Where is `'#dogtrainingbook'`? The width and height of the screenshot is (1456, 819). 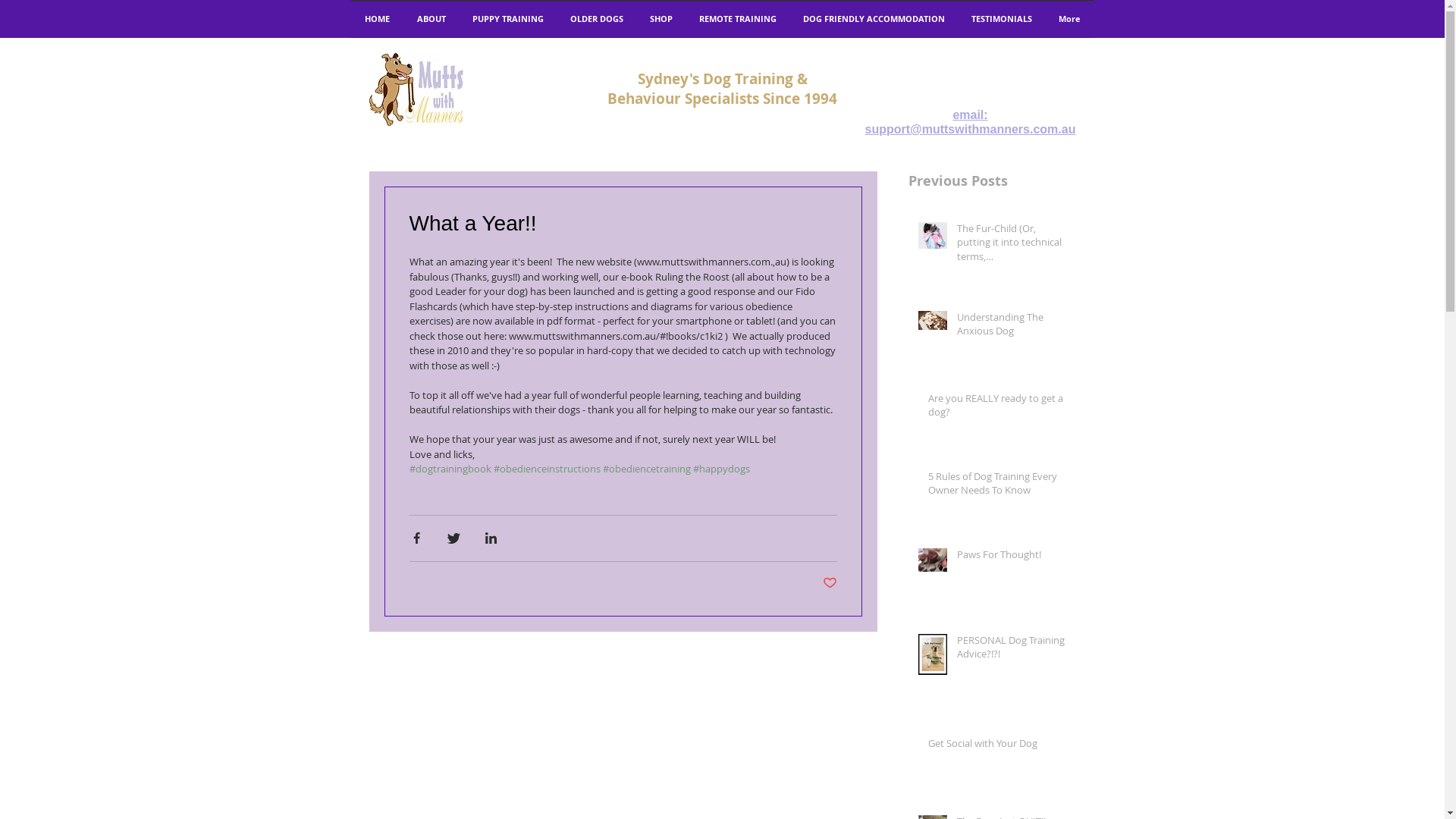
'#dogtrainingbook' is located at coordinates (450, 467).